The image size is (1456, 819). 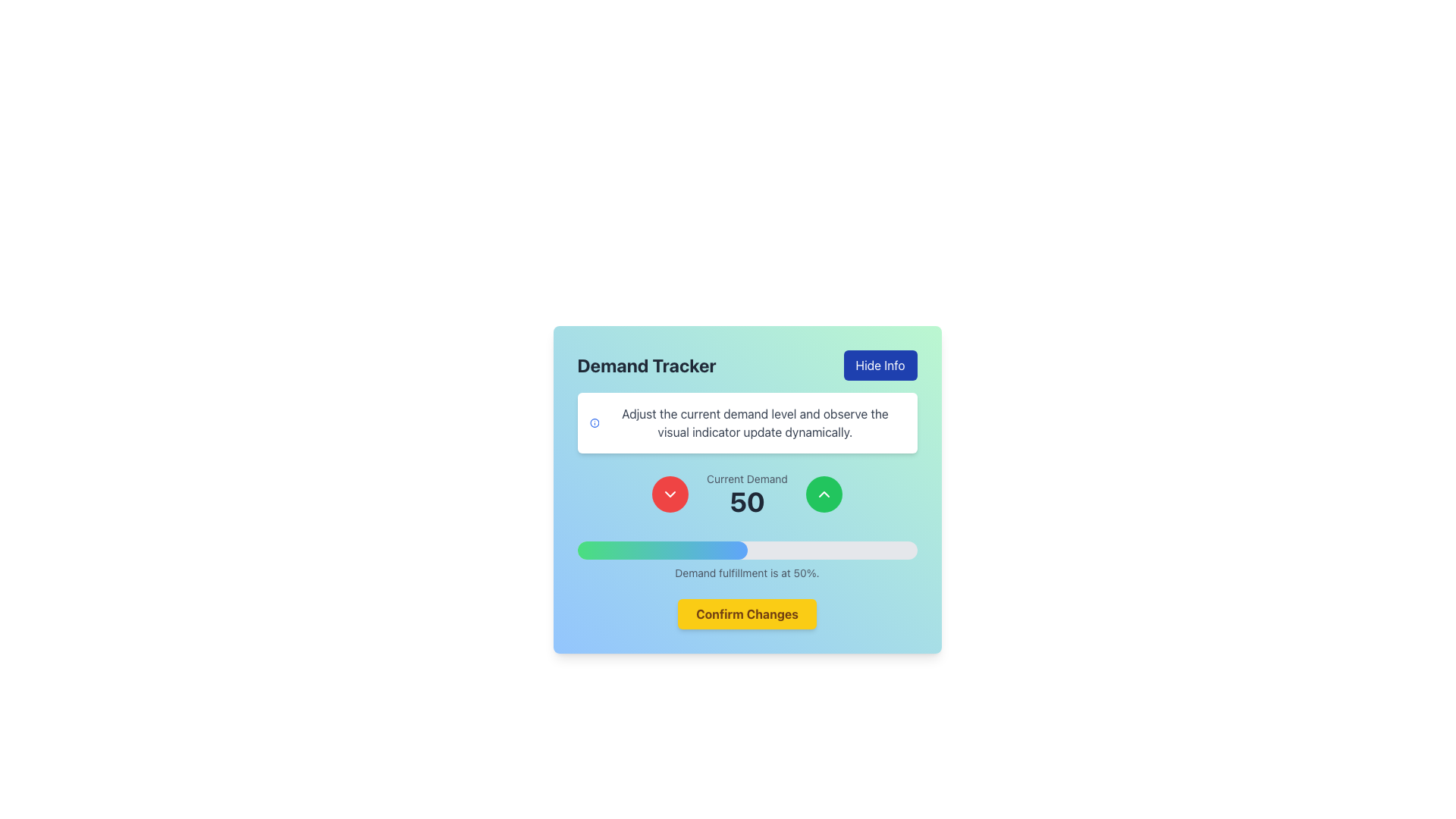 What do you see at coordinates (747, 614) in the screenshot?
I see `the confirm button located at the bottom center of the 'Demand Tracker' interface to apply changes to the current demand level` at bounding box center [747, 614].